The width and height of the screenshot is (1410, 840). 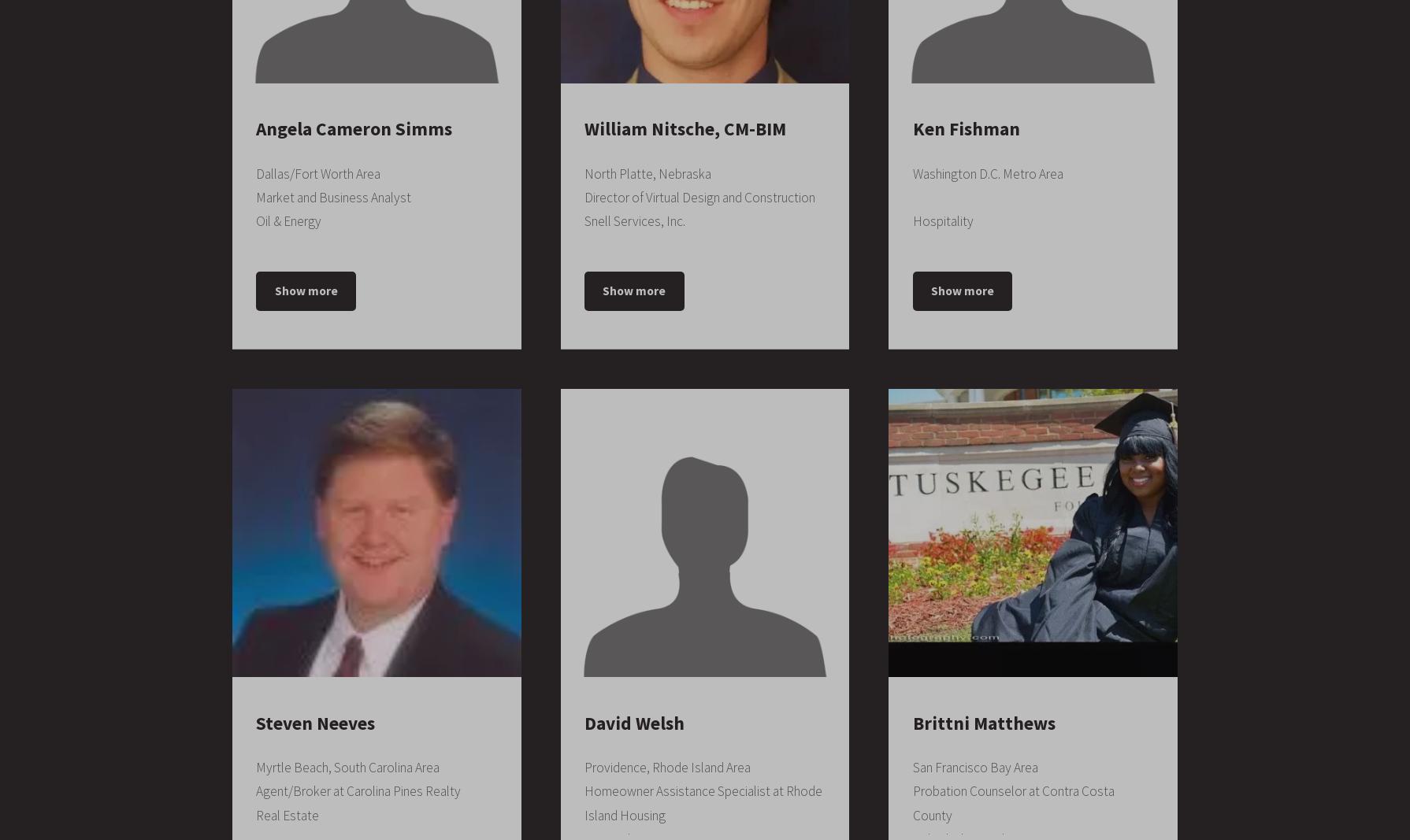 I want to click on 'General Motors', so click(x=629, y=128).